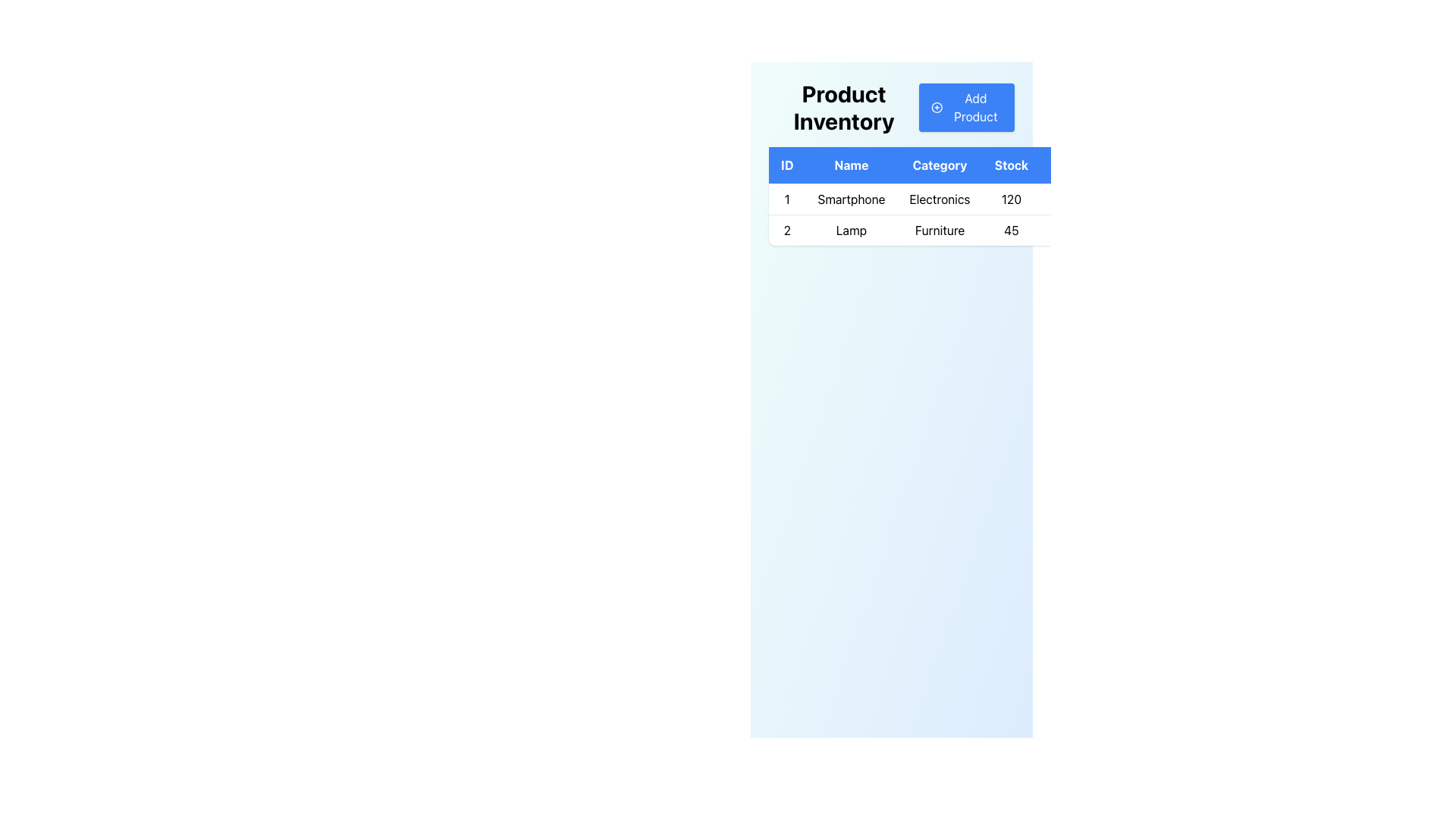  I want to click on the 'Name' column header in the product inventory table, which is the second header between 'ID' and 'Category', so click(852, 165).